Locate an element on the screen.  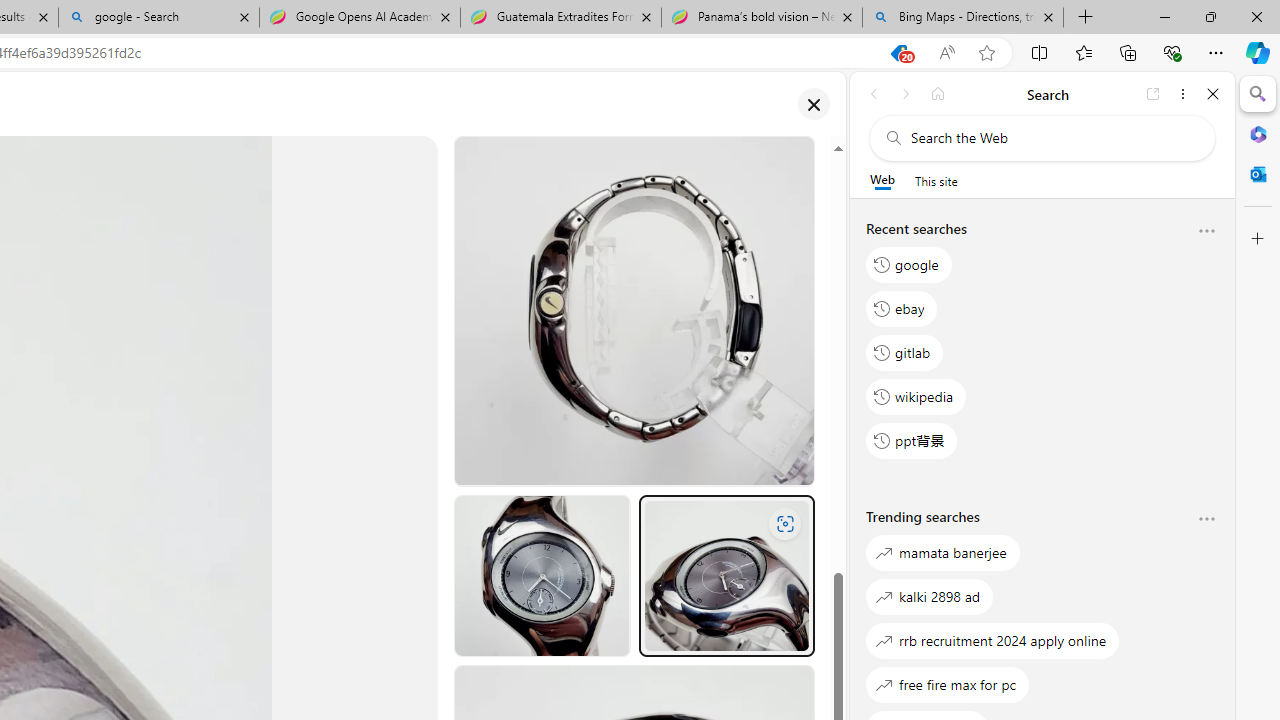
'You have the best price! Shopping in Microsoft Edge, 20' is located at coordinates (897, 52).